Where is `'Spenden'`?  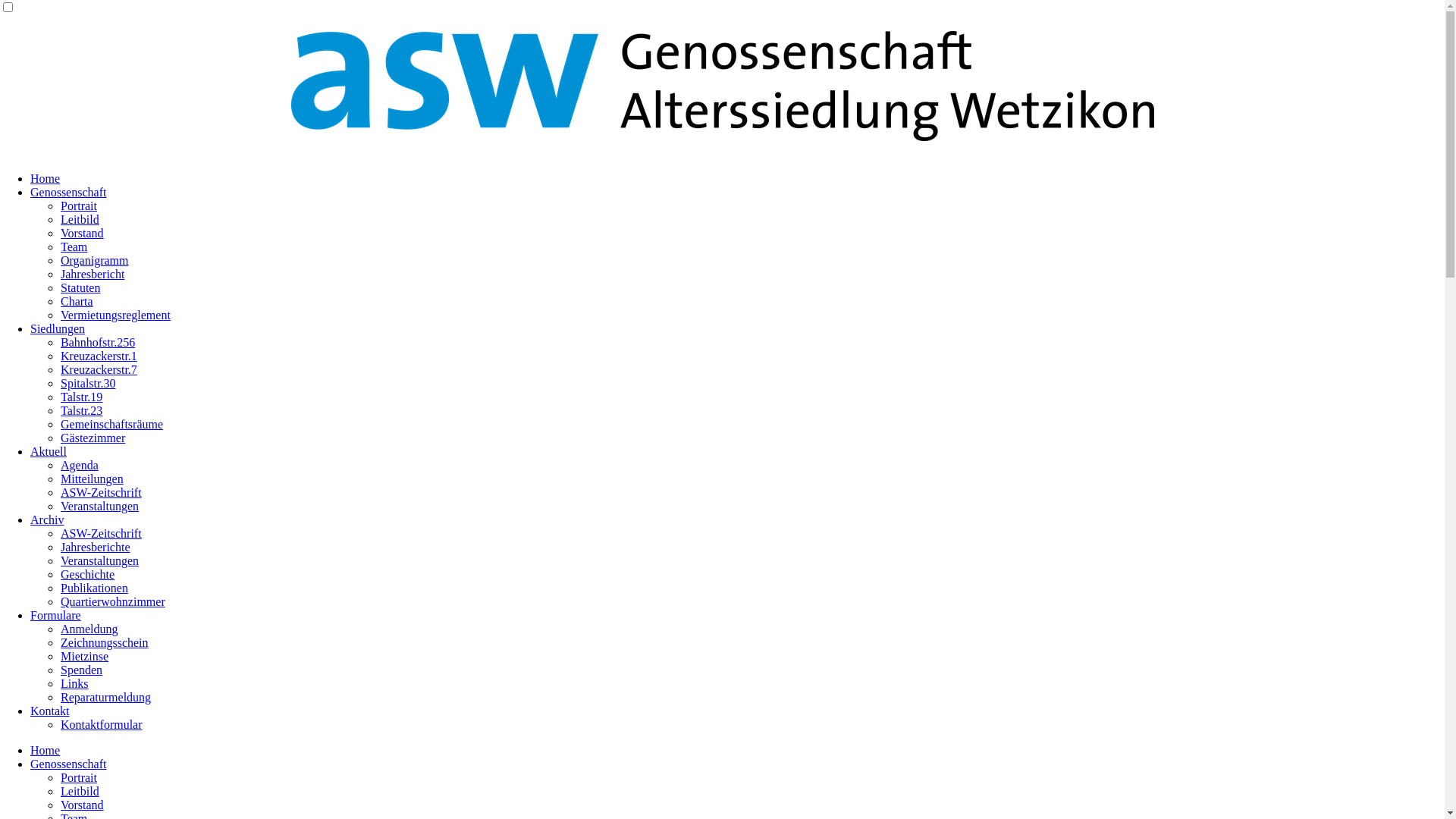
'Spenden' is located at coordinates (80, 669).